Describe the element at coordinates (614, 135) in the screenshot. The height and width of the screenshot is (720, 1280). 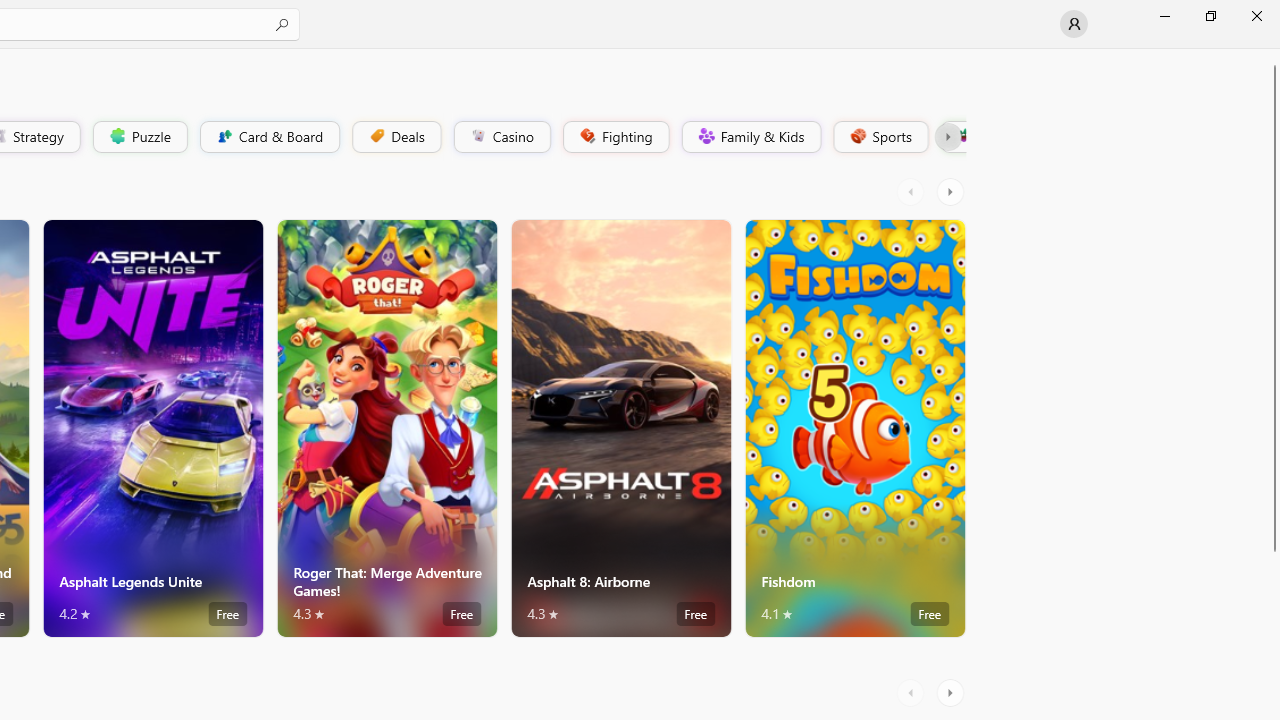
I see `'Fighting'` at that location.